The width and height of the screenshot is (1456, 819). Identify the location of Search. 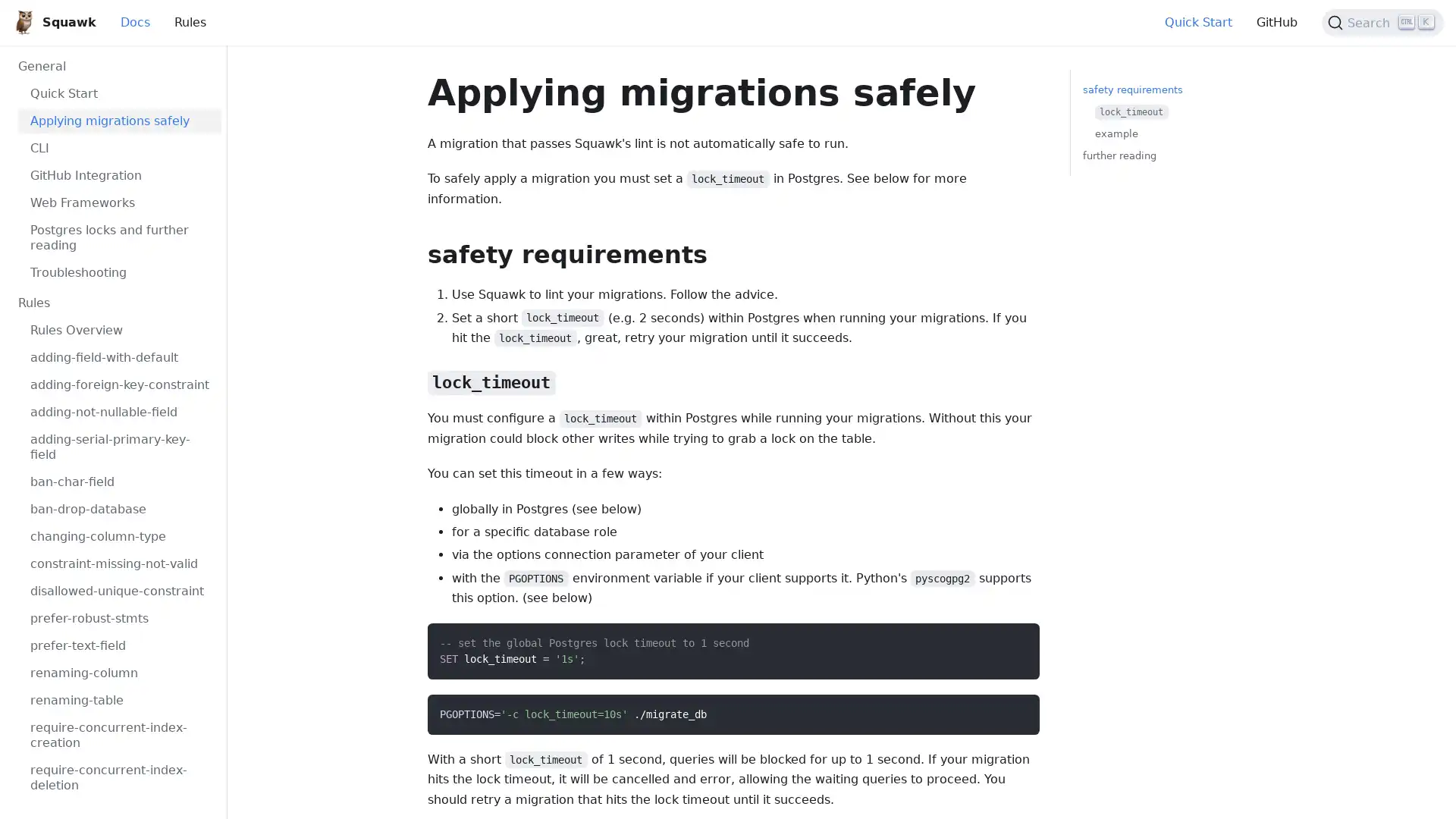
(1382, 23).